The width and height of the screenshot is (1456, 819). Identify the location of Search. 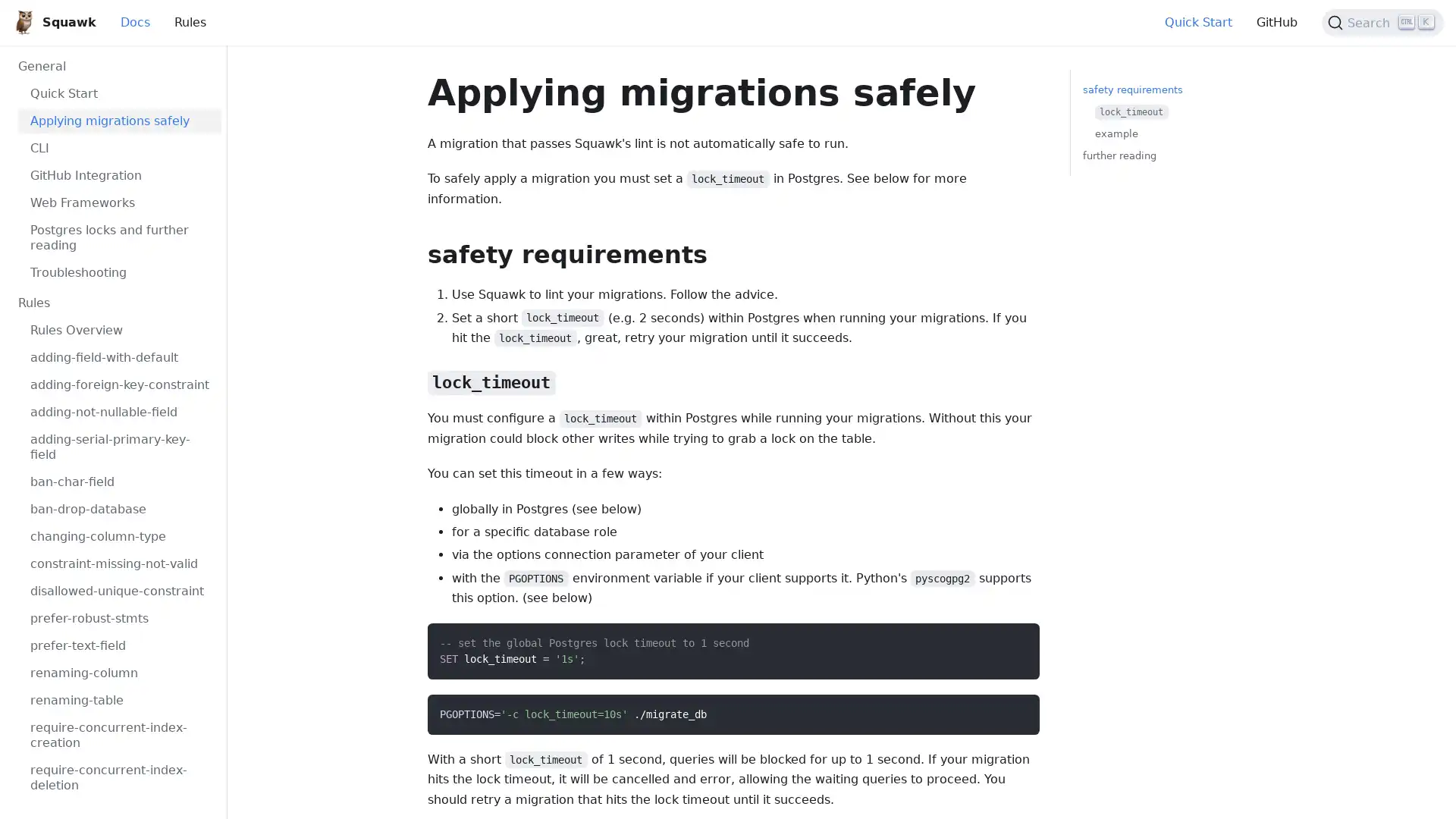
(1382, 23).